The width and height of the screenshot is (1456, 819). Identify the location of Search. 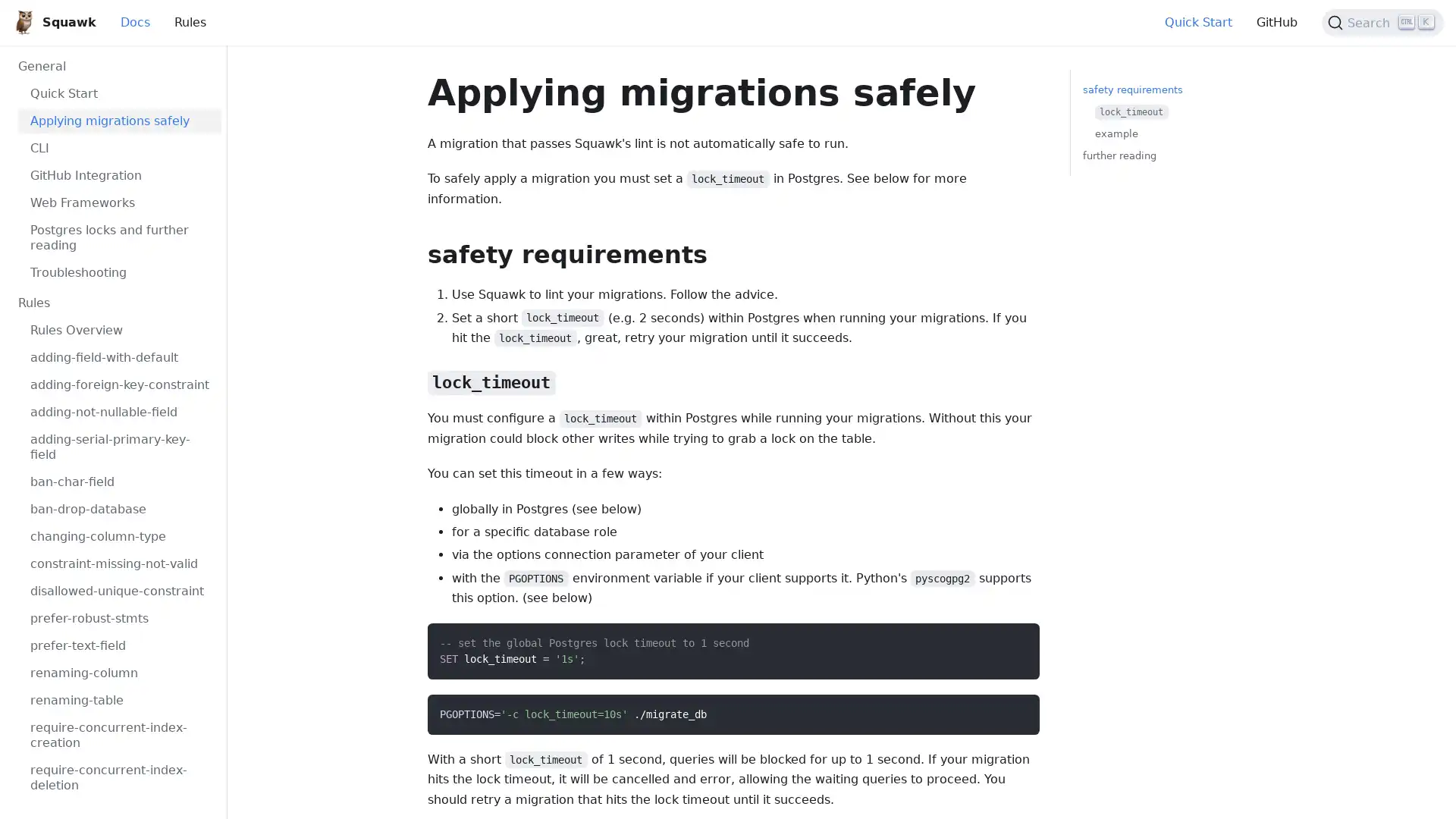
(1382, 23).